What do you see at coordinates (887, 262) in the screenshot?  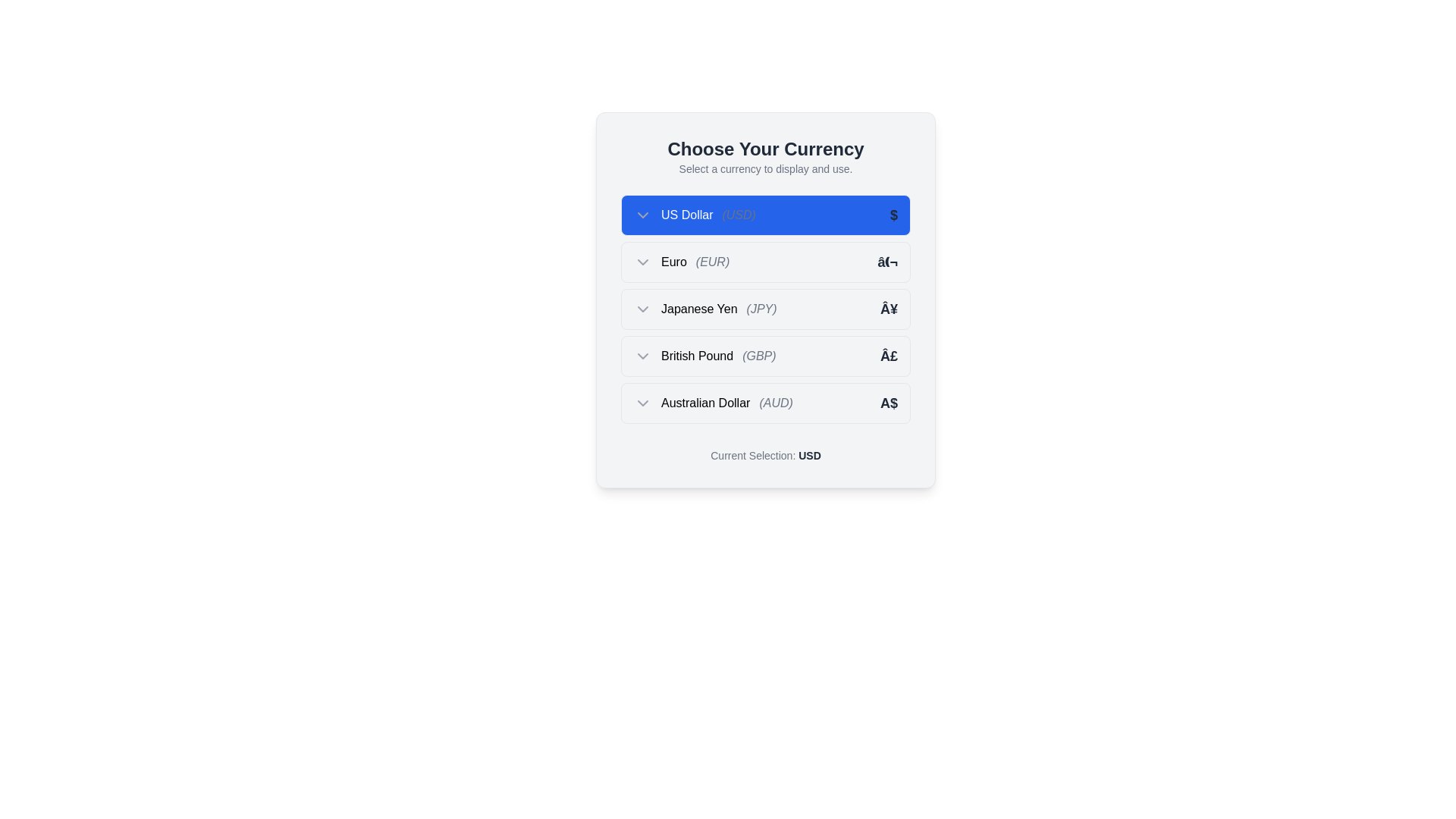 I see `the bold euro symbol ('€') positioned at the far right of the row labeled 'Euro (EUR)' in the currency selector interface` at bounding box center [887, 262].